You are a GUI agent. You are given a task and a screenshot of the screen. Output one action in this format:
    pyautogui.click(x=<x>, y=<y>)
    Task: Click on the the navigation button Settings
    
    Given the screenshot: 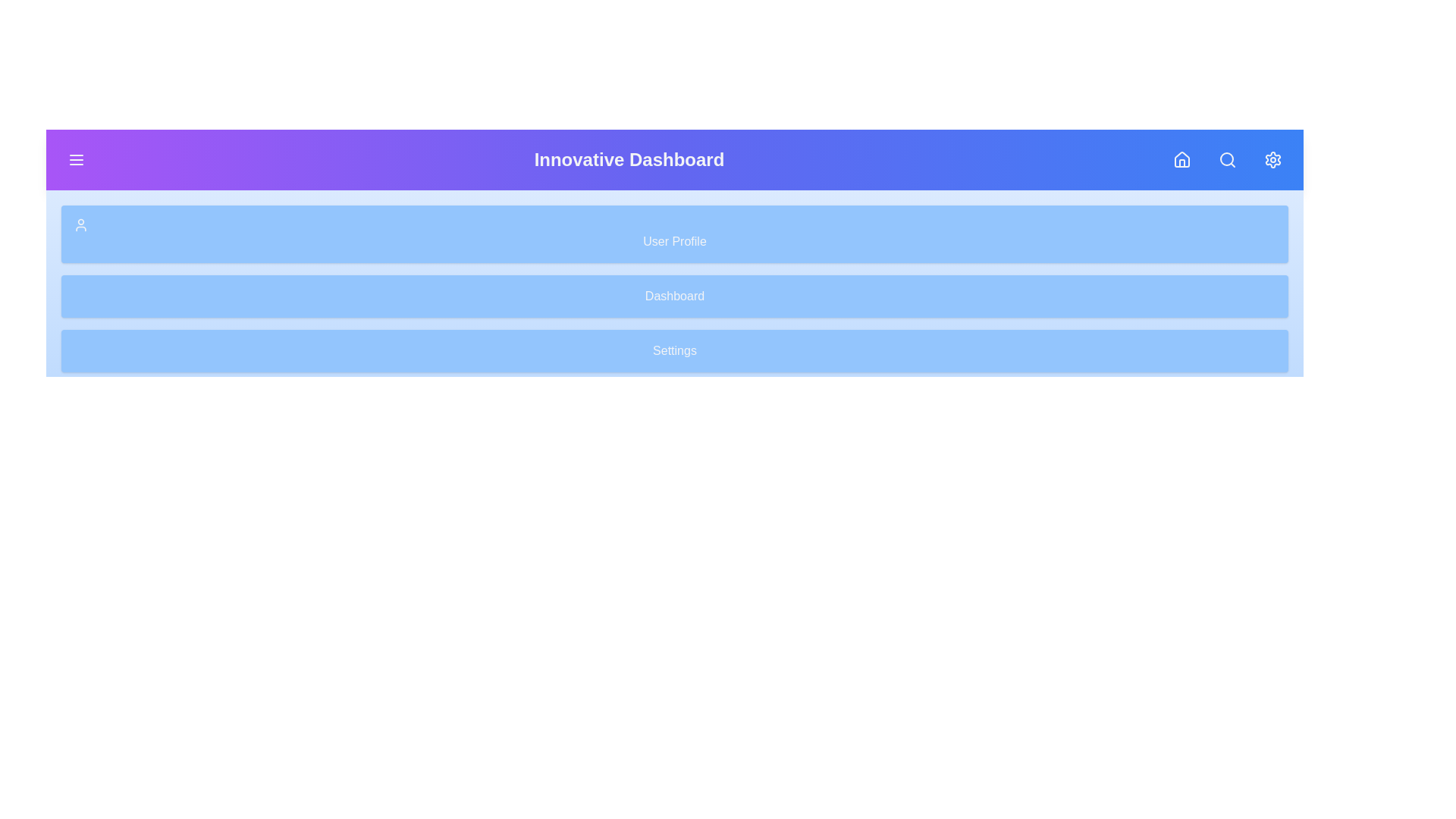 What is the action you would take?
    pyautogui.click(x=1273, y=160)
    